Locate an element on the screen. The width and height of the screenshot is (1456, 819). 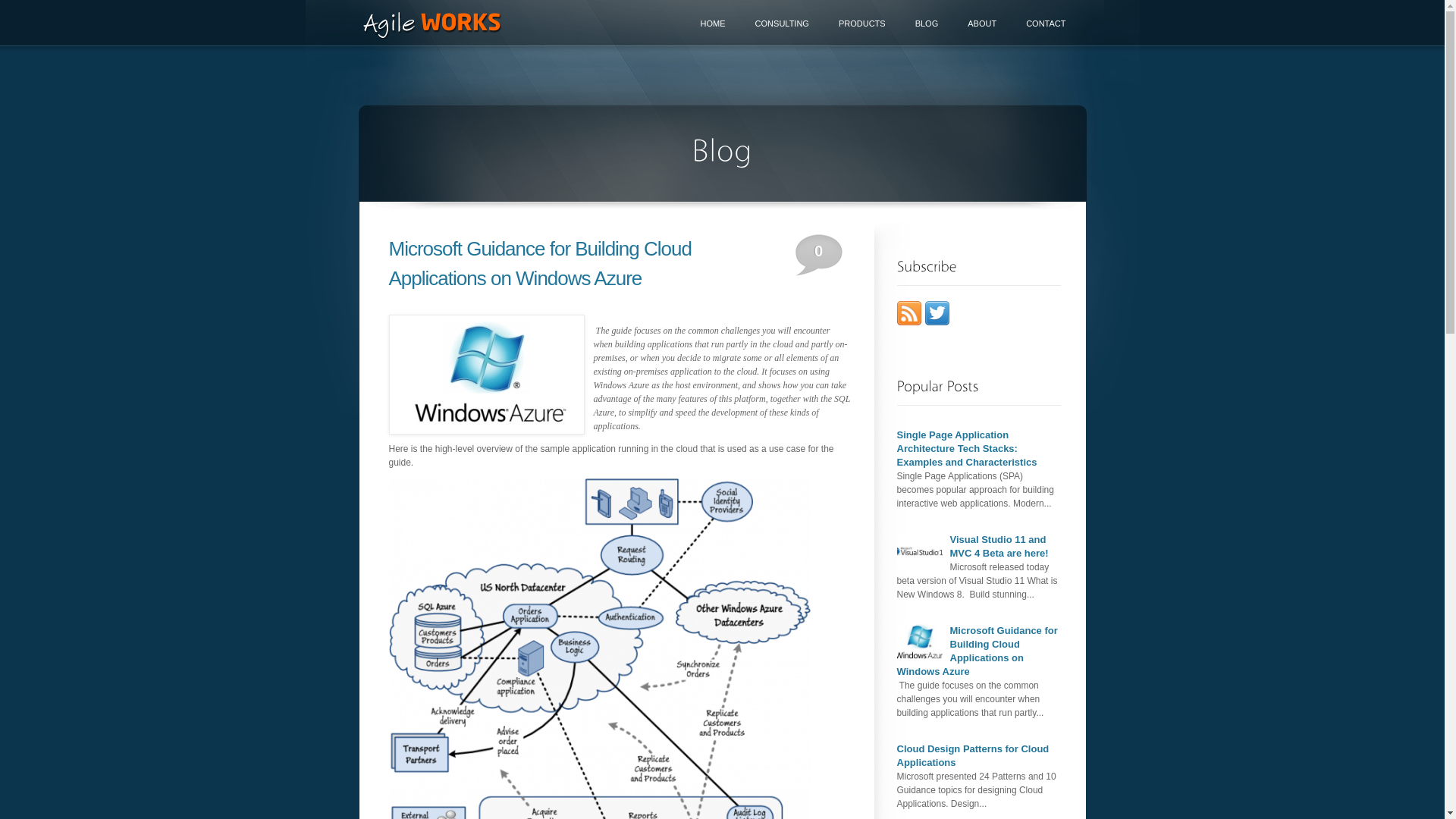
'CONTACT' is located at coordinates (1012, 24).